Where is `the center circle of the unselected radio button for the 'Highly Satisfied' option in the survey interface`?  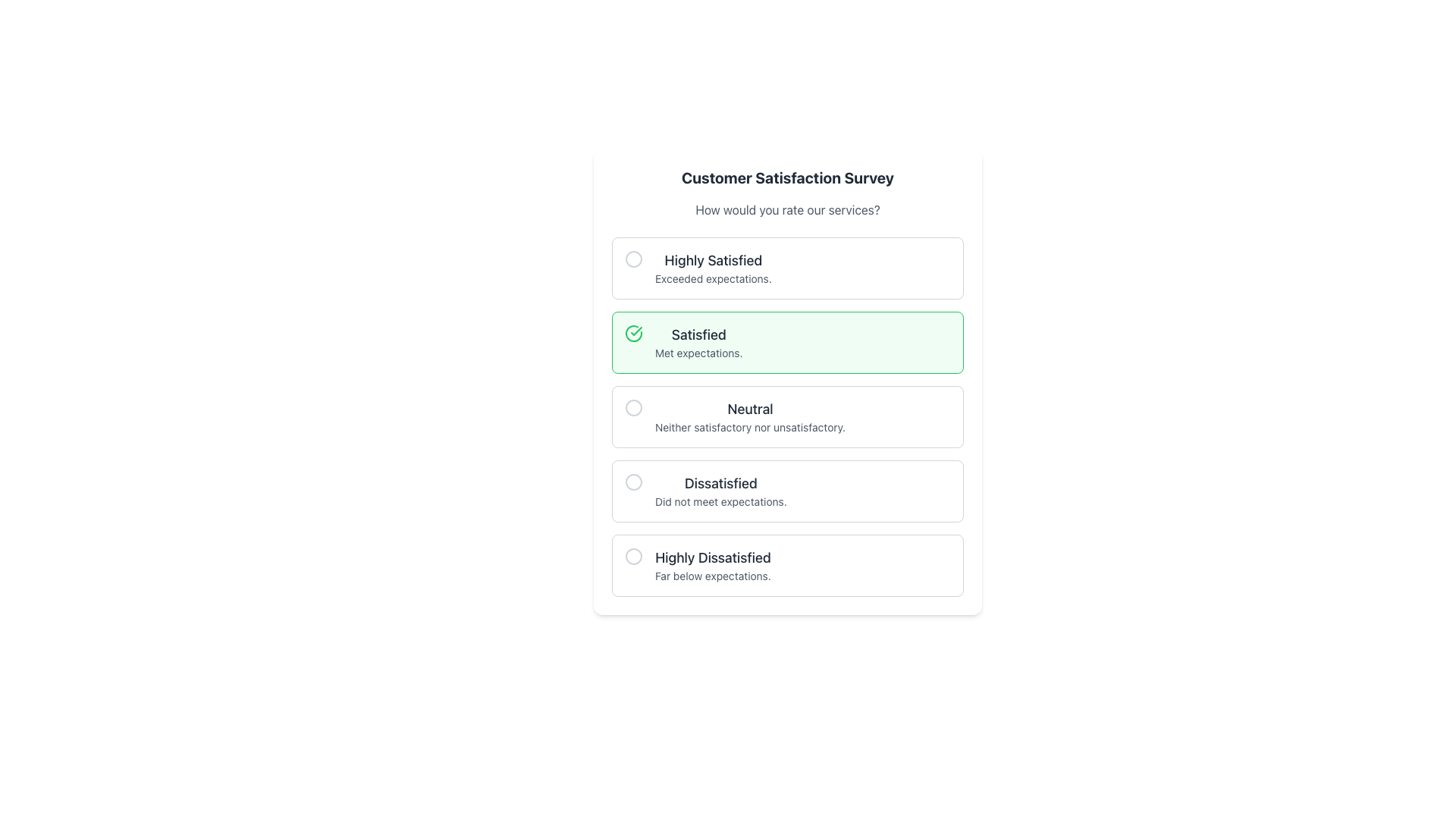
the center circle of the unselected radio button for the 'Highly Satisfied' option in the survey interface is located at coordinates (633, 259).